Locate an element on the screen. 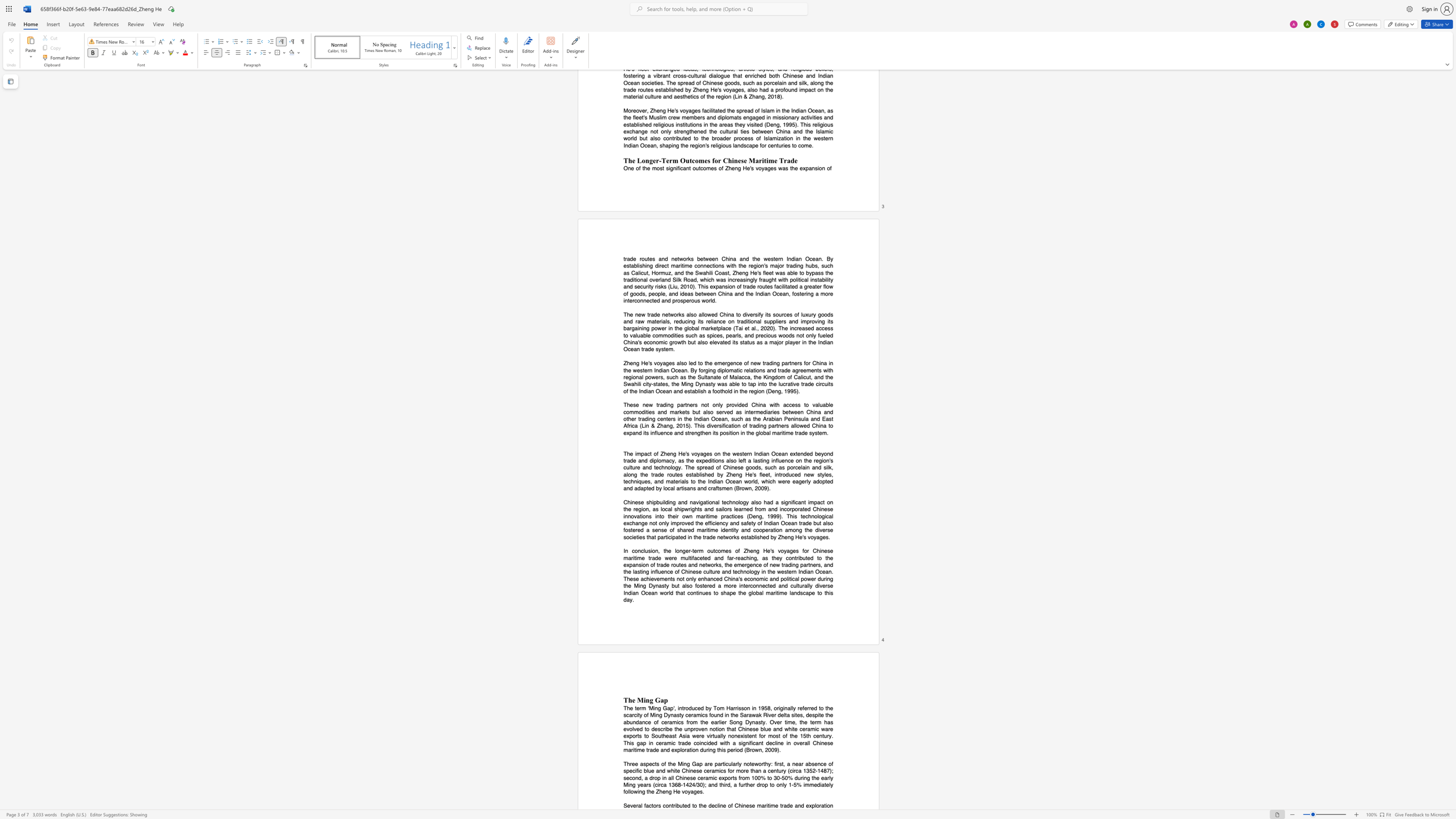 This screenshot has width=1456, height=819. the subset text "n Ocean. These achievements not only enhanced China" within the text "In conclusion, the longer-term outcomes of Zheng He" is located at coordinates (811, 571).